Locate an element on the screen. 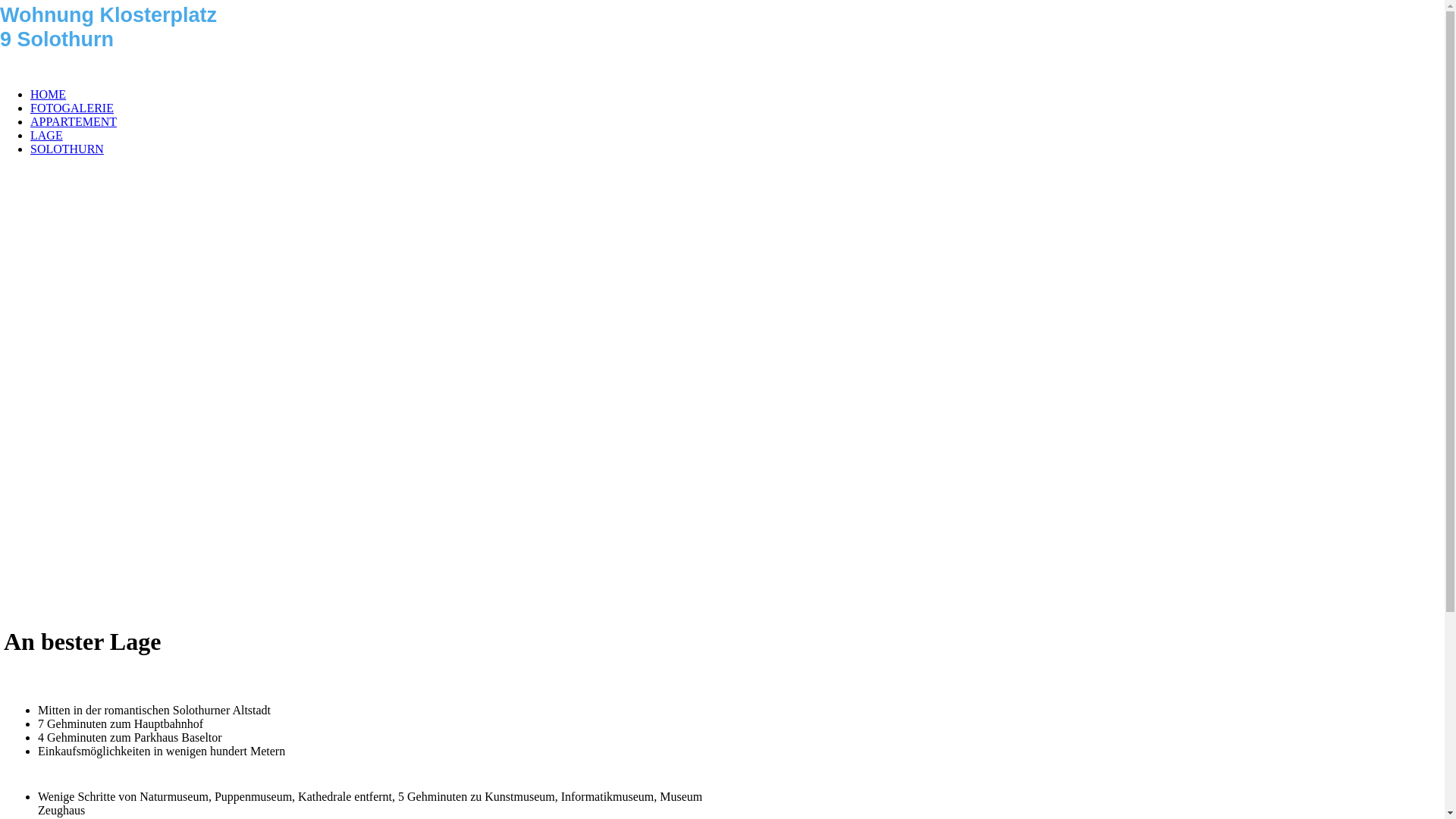  'LAGE' is located at coordinates (30, 134).